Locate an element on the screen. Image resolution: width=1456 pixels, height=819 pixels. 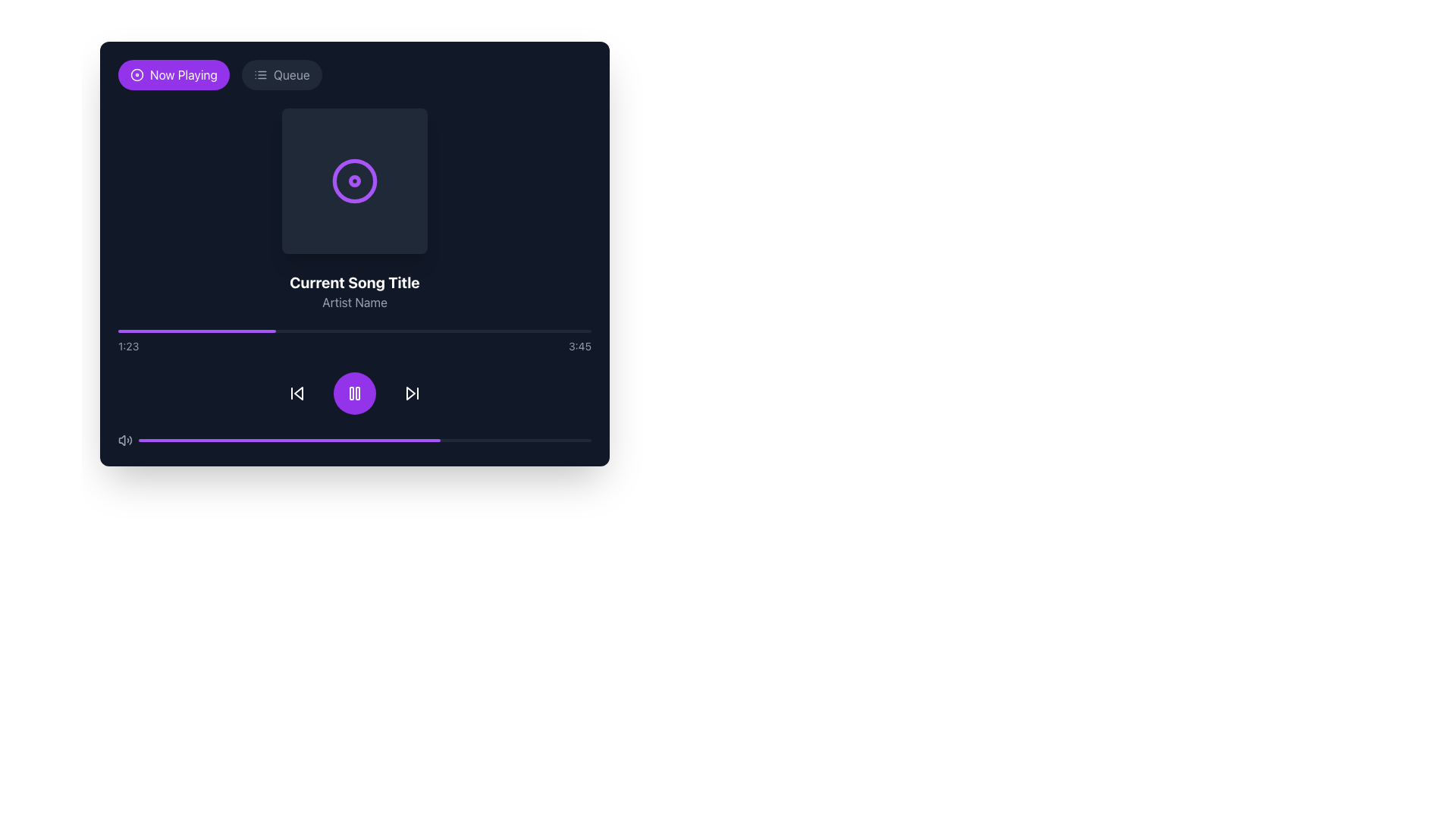
the playback progress is located at coordinates (188, 330).